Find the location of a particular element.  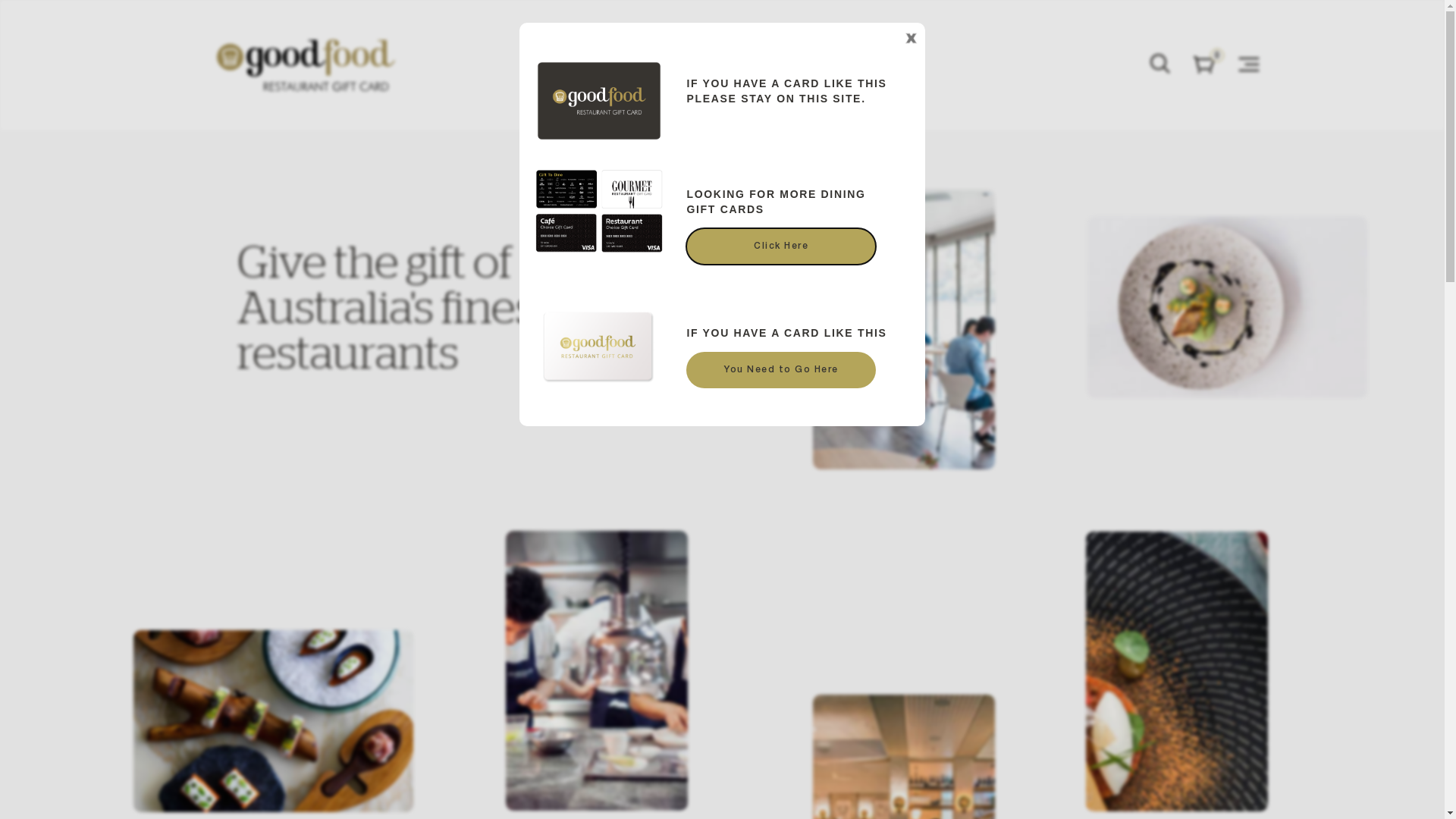

'You Need to Go Here' is located at coordinates (781, 370).